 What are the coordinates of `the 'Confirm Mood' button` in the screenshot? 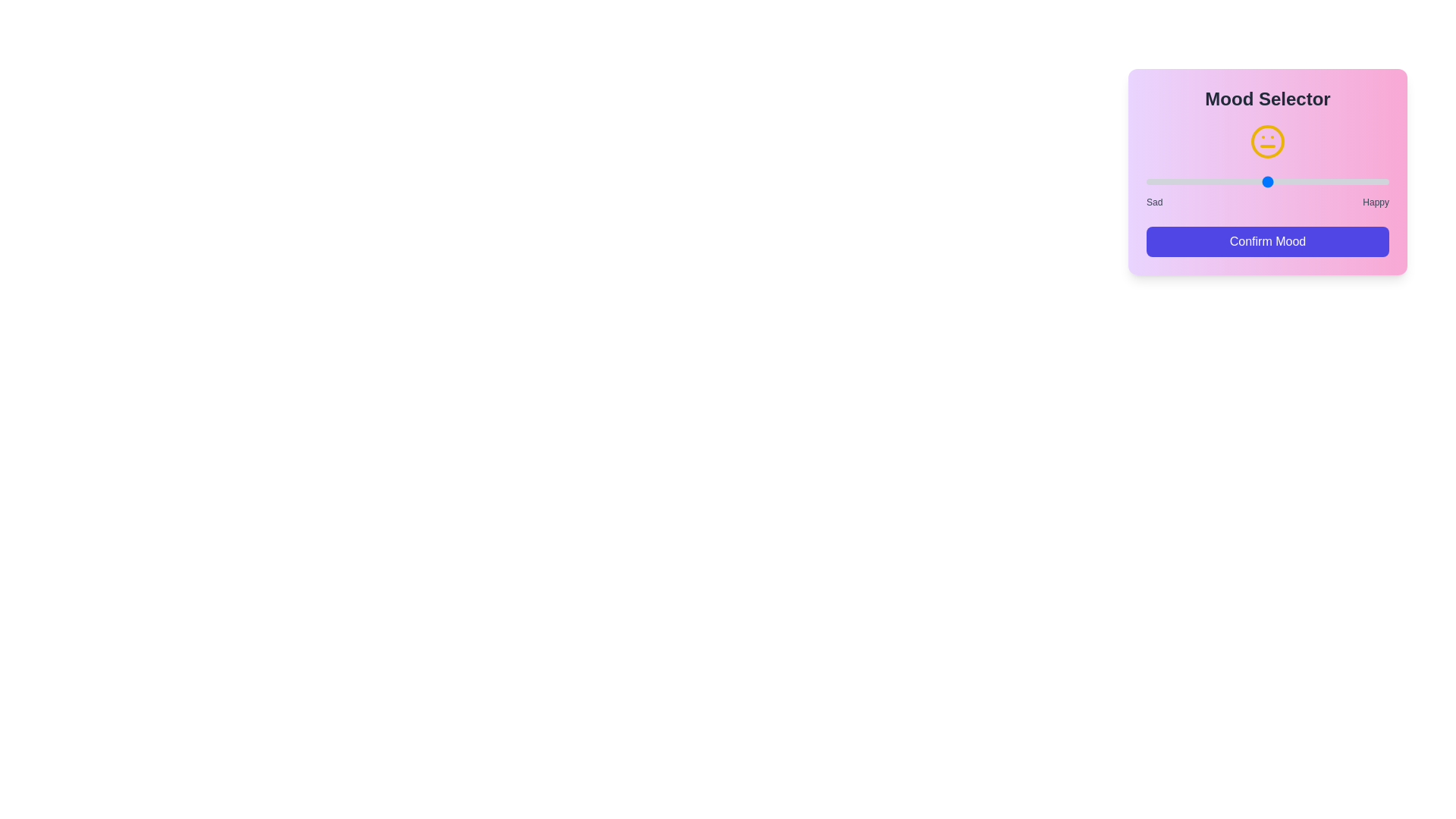 It's located at (1267, 241).